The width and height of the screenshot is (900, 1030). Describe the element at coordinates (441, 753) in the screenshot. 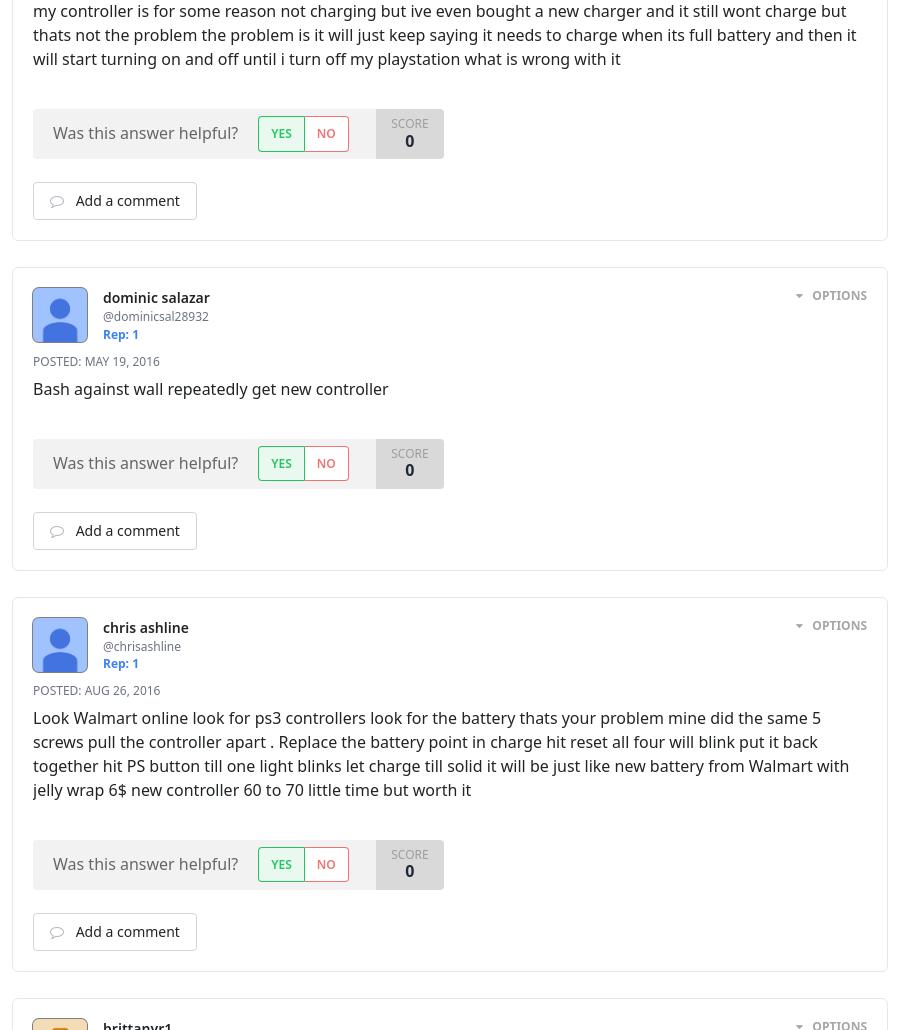

I see `'Look Walmart online look for ps3 controllers look for the battery thats your problem mine did the same 5 screws pull the controller apart . Replace the battery point in charge hit reset all four will blink put it back together hit PS button till one light blinks let charge till solid it will be just like new battery from Walmart with jelly wrap 6$ new controller 60 to 70 little time but worth it'` at that location.